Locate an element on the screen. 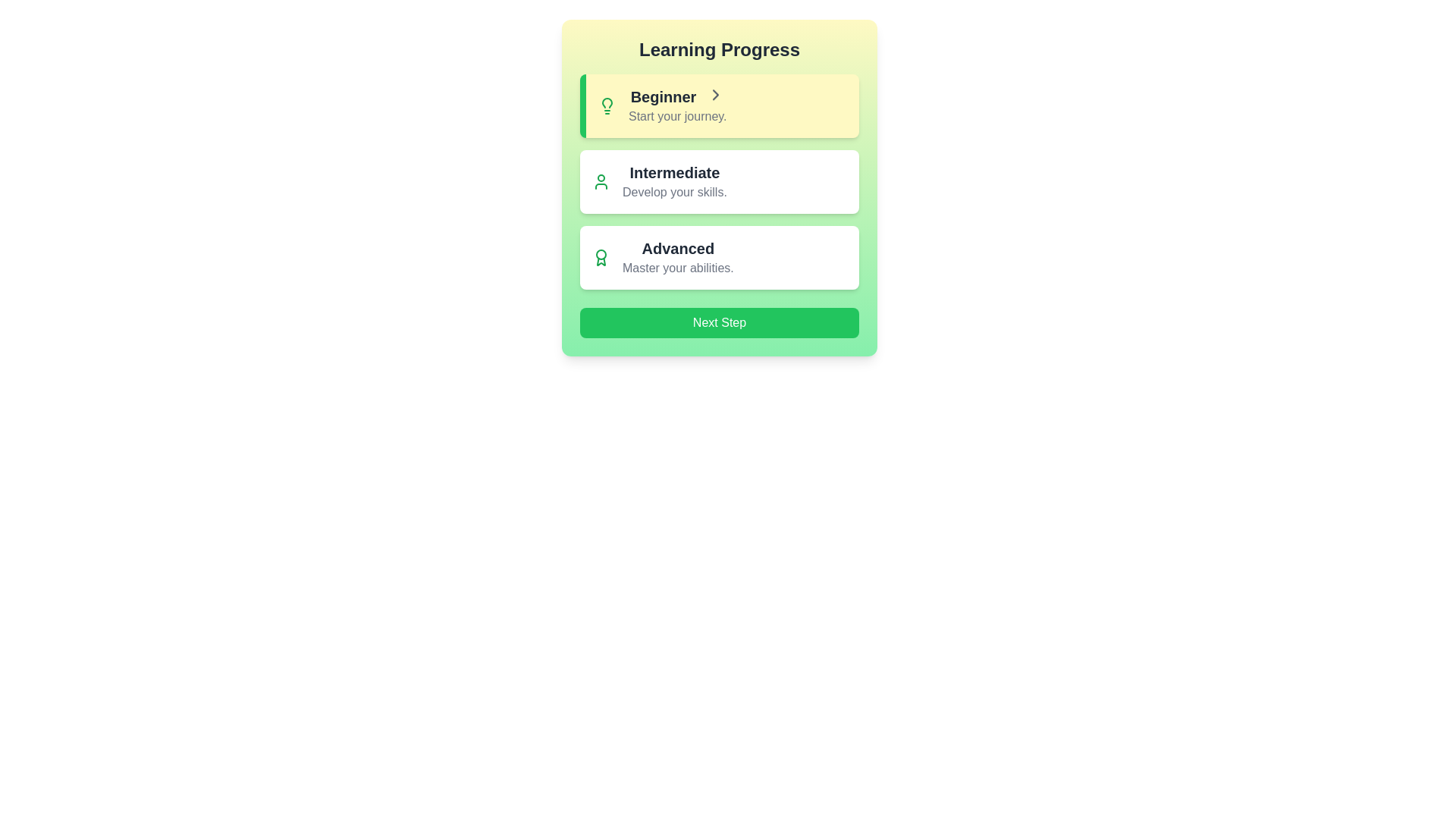 The image size is (1456, 819). the 'Next Step' button, which has a green background and white text, to observe its hover-specific visual effects is located at coordinates (719, 322).